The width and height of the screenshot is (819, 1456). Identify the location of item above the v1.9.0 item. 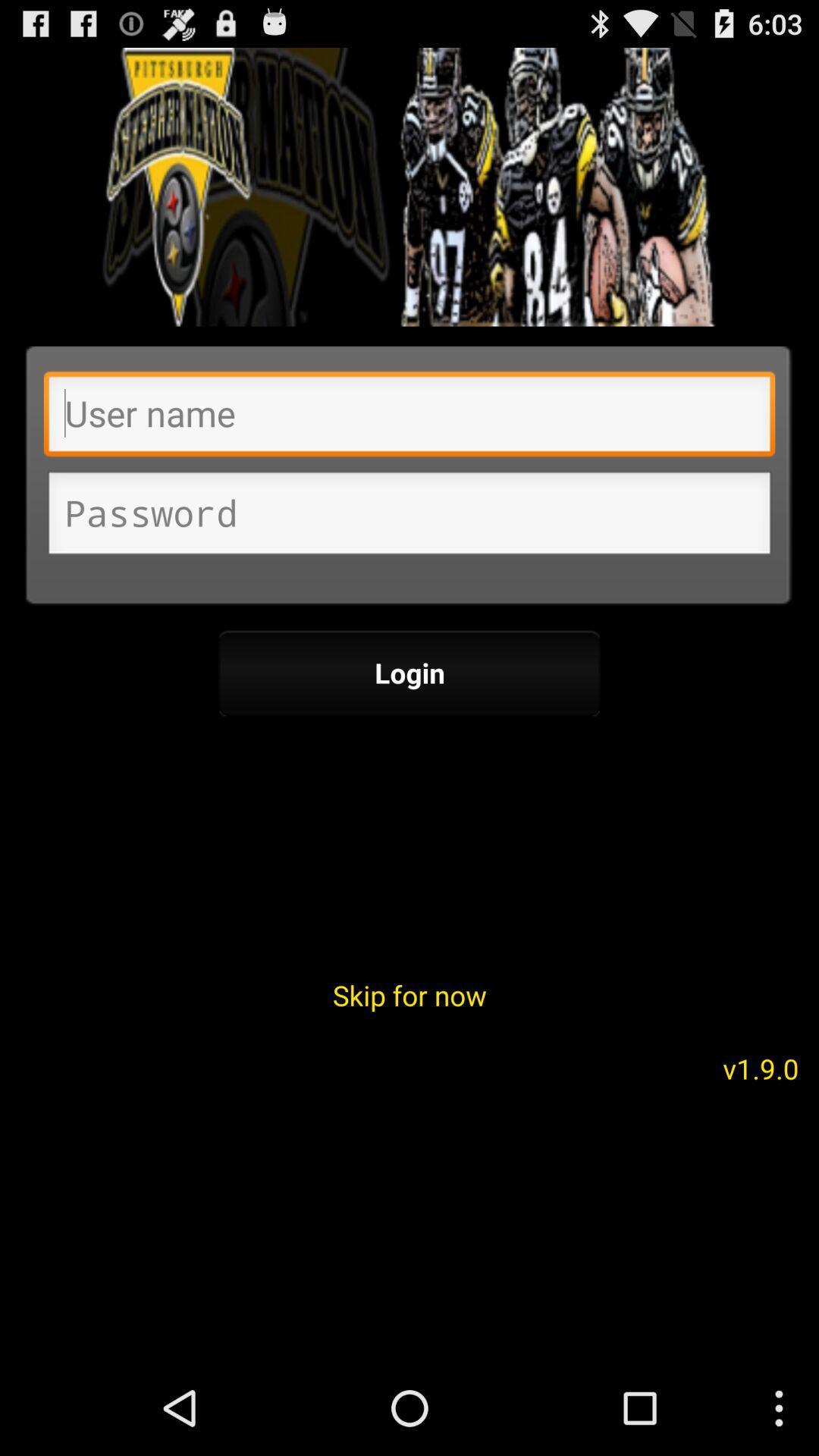
(409, 995).